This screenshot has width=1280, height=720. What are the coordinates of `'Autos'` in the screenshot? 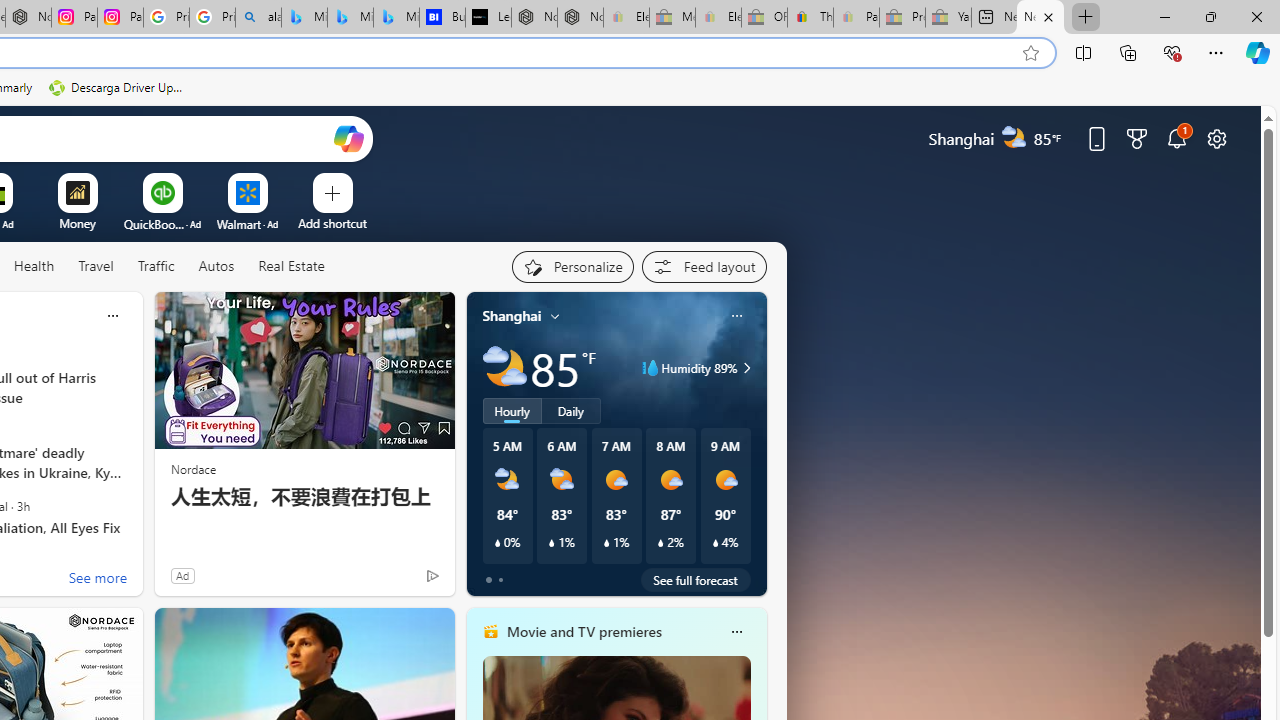 It's located at (216, 266).